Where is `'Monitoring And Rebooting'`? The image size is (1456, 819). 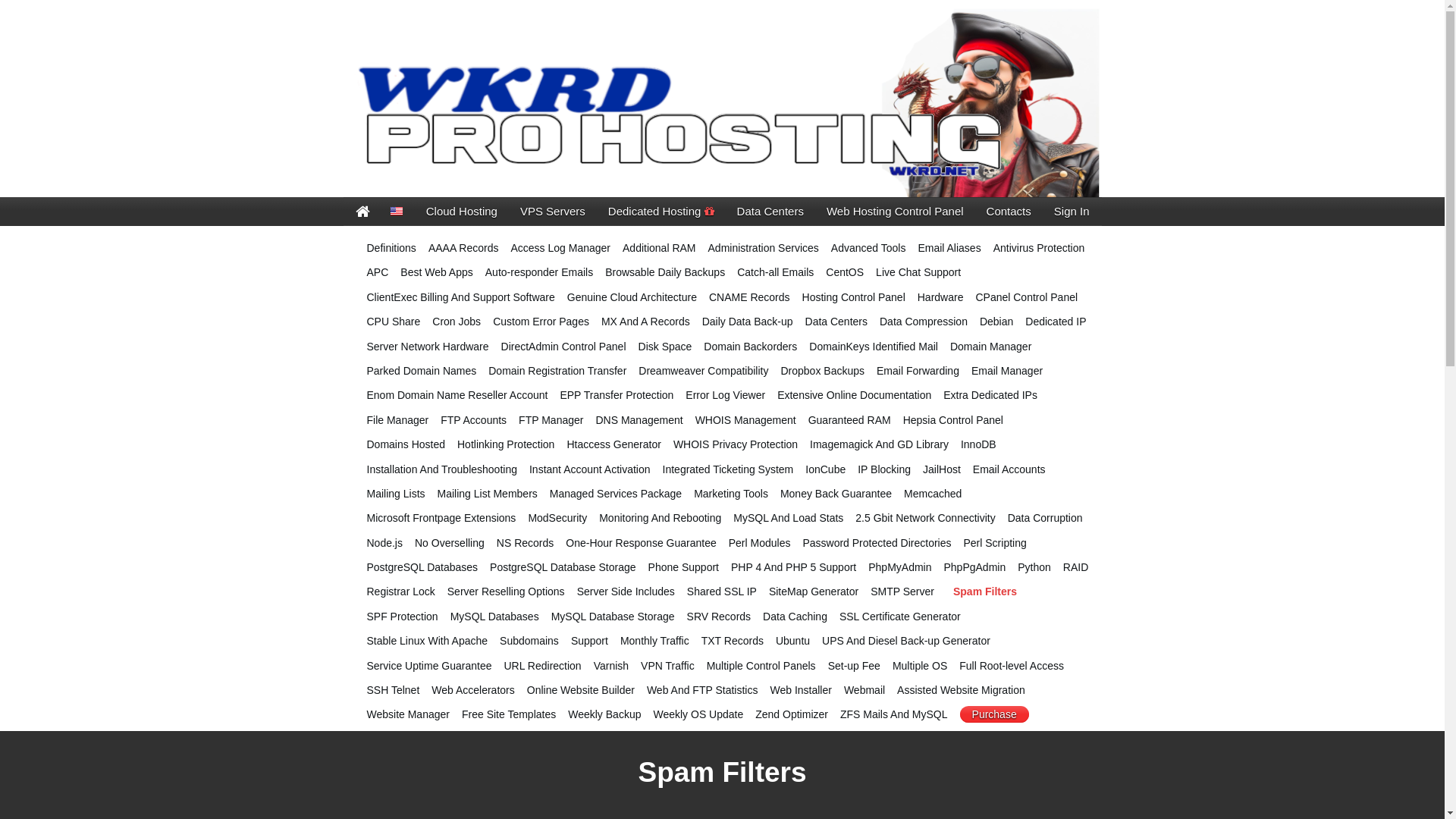
'Monitoring And Rebooting' is located at coordinates (660, 516).